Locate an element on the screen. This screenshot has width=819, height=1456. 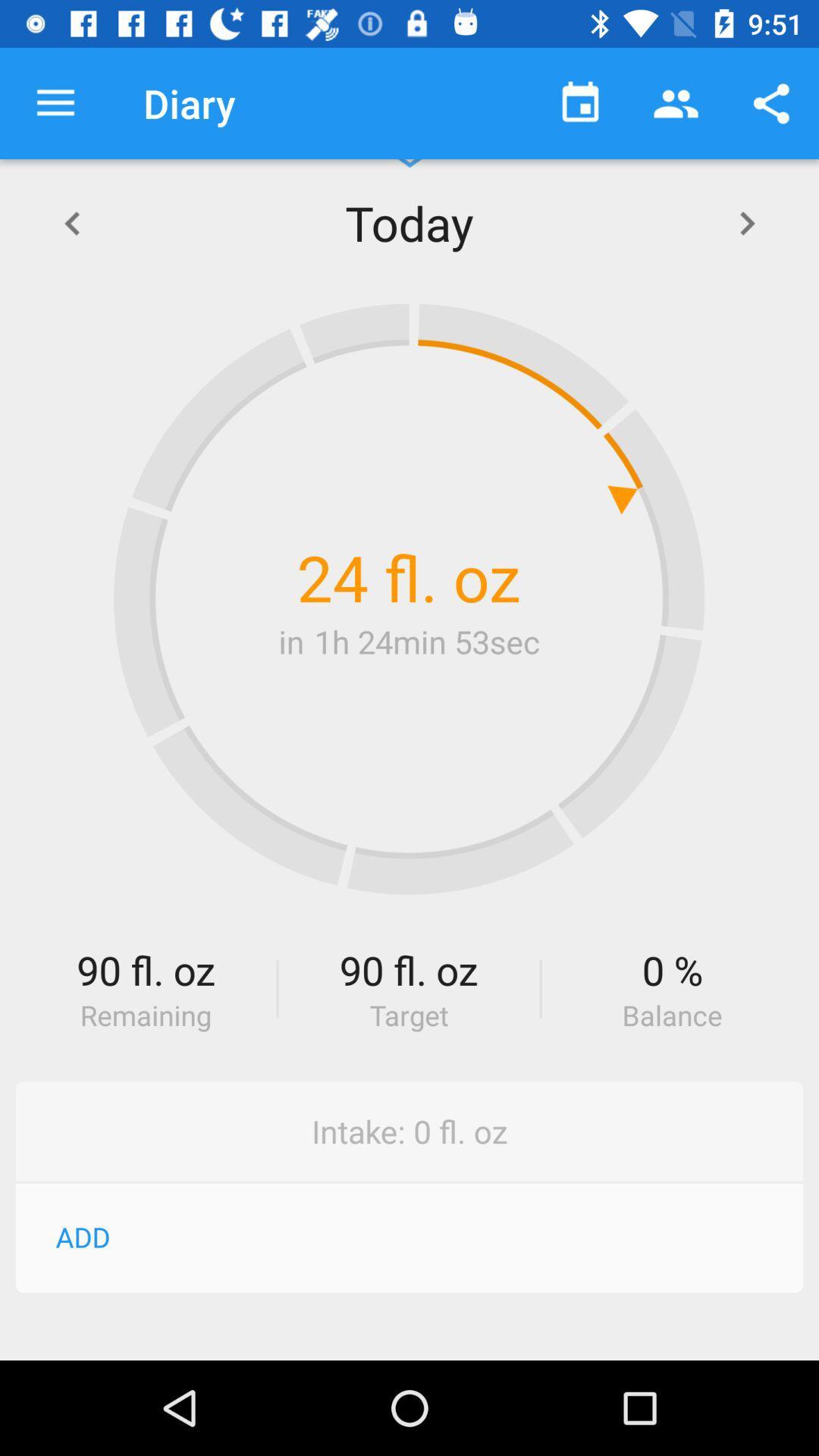
the intake 0 fl icon is located at coordinates (409, 1131).